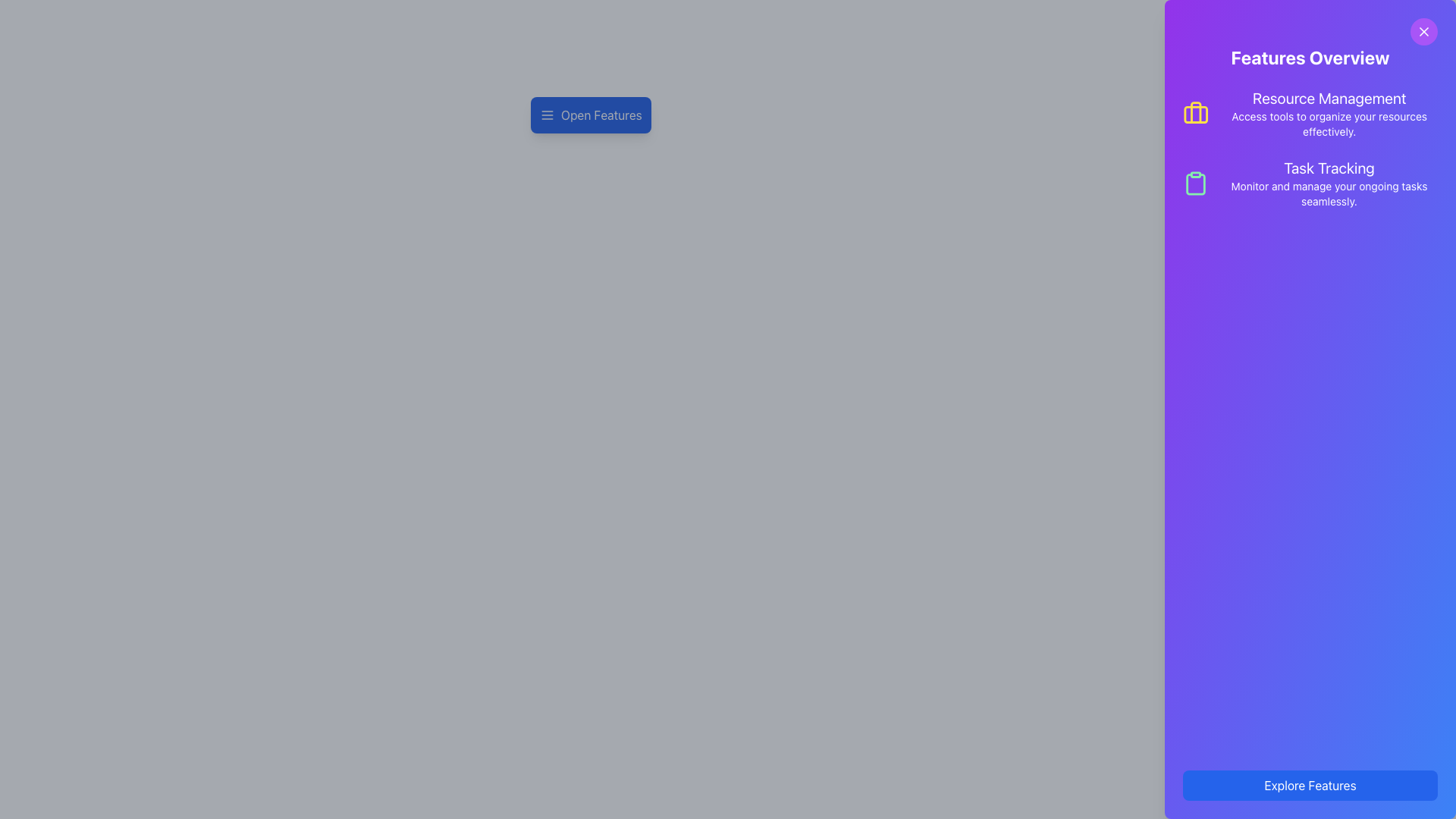  I want to click on the second List Item with Icon and Text that features a green clipboard icon and the title 'Task Tracking' in a purple gradient panel, located below 'Resource Management', so click(1310, 183).